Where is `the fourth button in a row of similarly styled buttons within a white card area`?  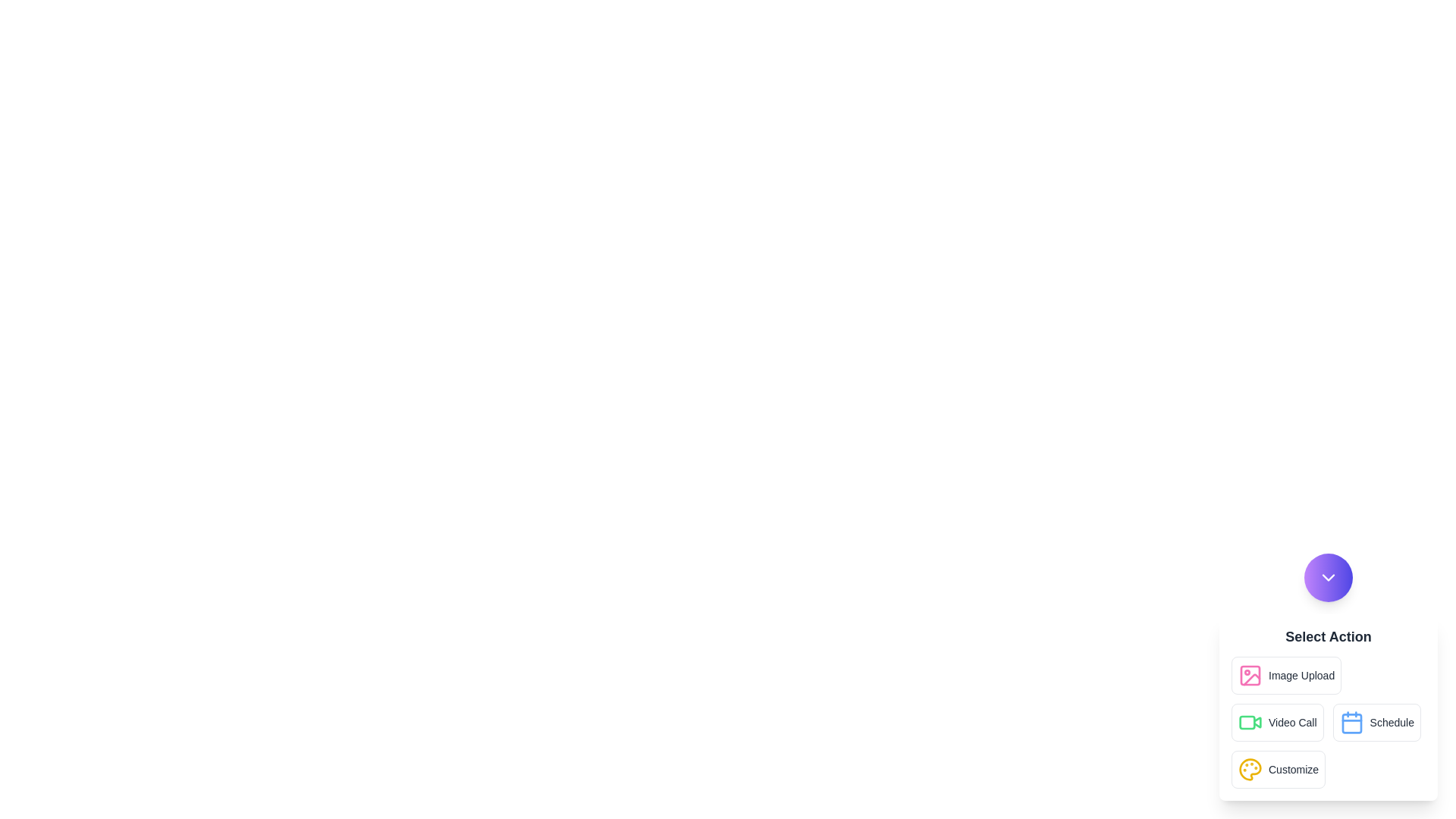
the fourth button in a row of similarly styled buttons within a white card area is located at coordinates (1277, 769).